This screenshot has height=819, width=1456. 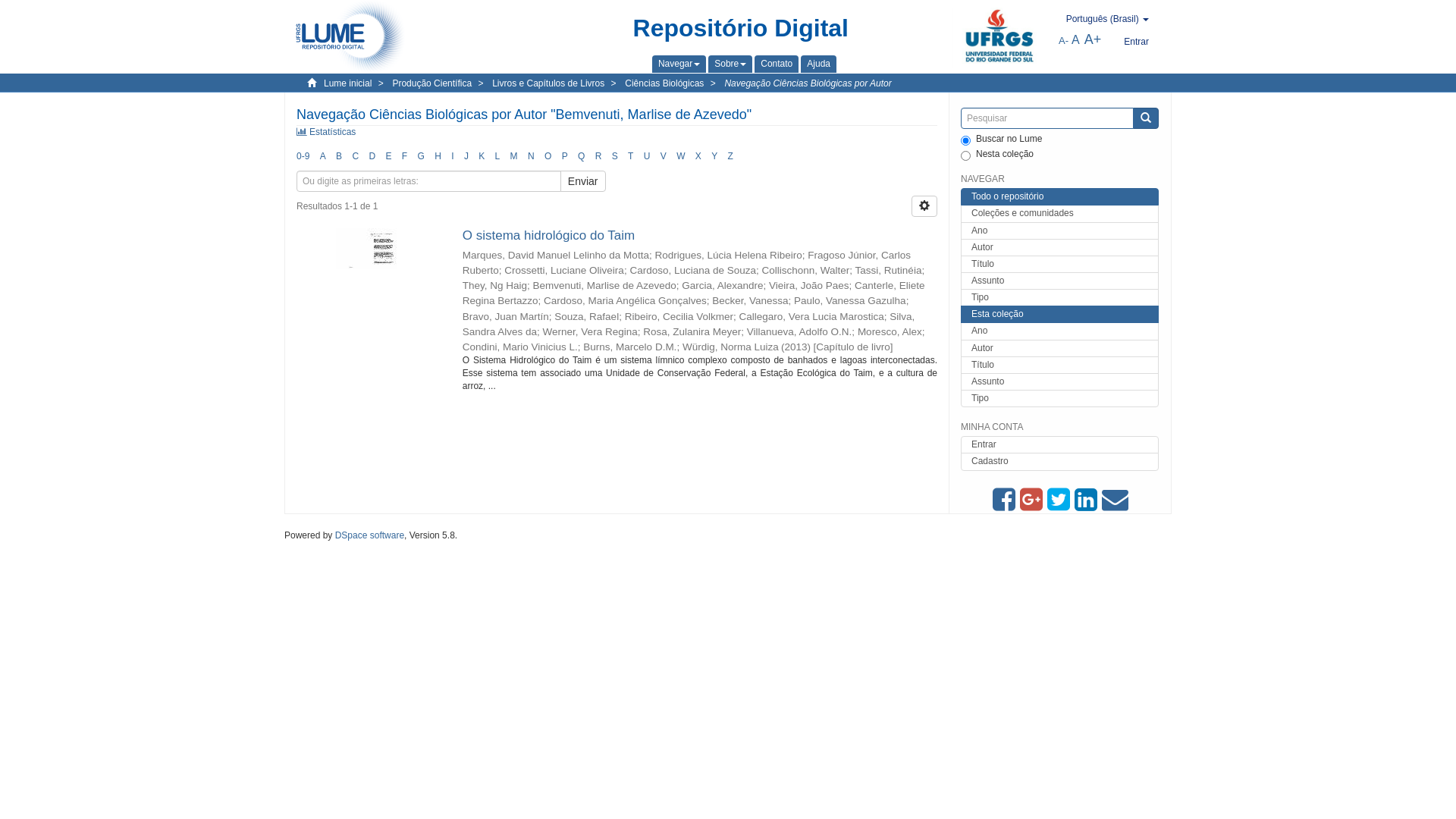 I want to click on 'R', so click(x=595, y=155).